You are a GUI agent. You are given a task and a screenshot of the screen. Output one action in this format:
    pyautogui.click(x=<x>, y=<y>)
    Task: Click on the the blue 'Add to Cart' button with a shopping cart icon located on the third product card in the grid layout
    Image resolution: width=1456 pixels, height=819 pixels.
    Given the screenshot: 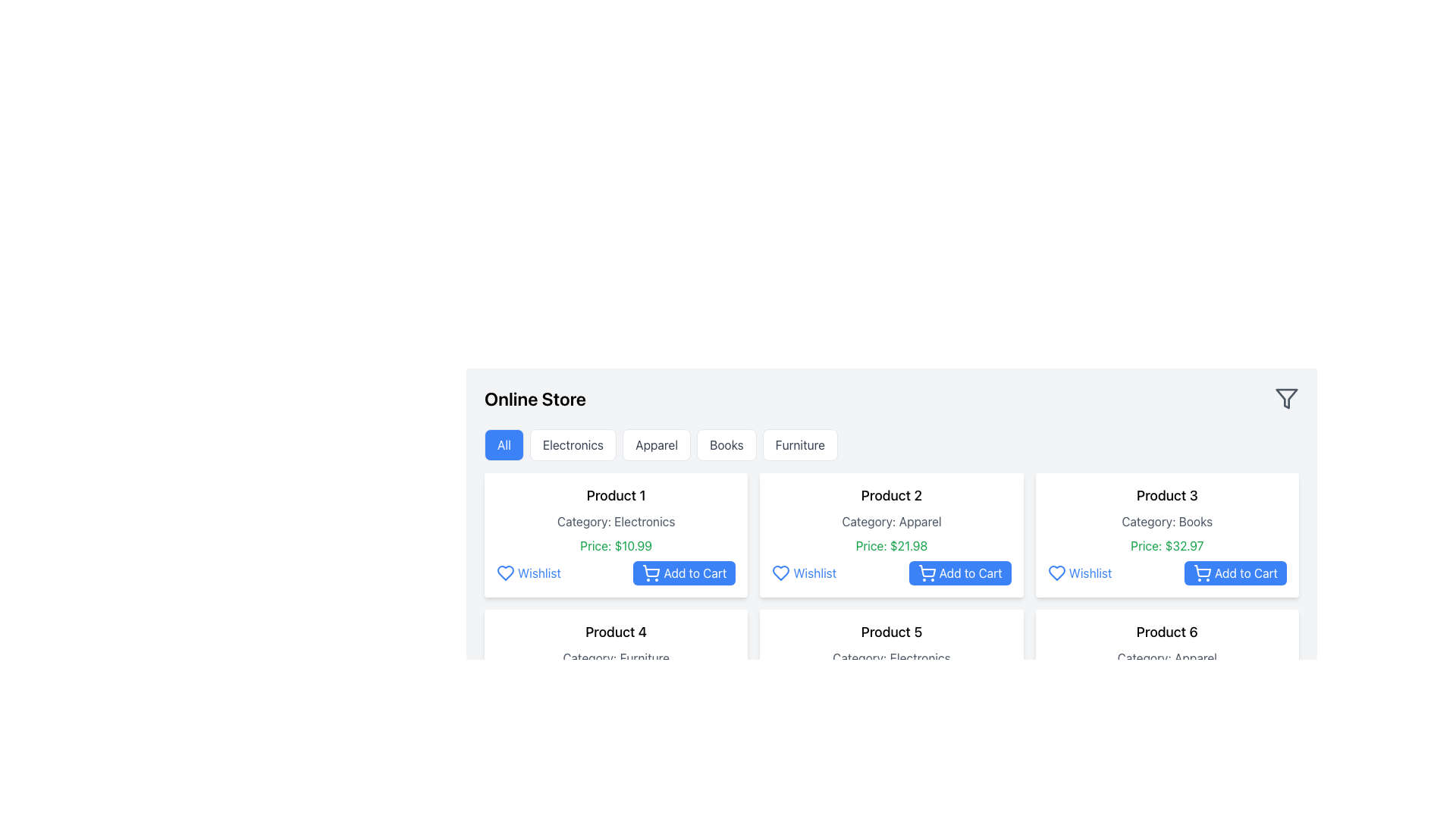 What is the action you would take?
    pyautogui.click(x=1235, y=573)
    